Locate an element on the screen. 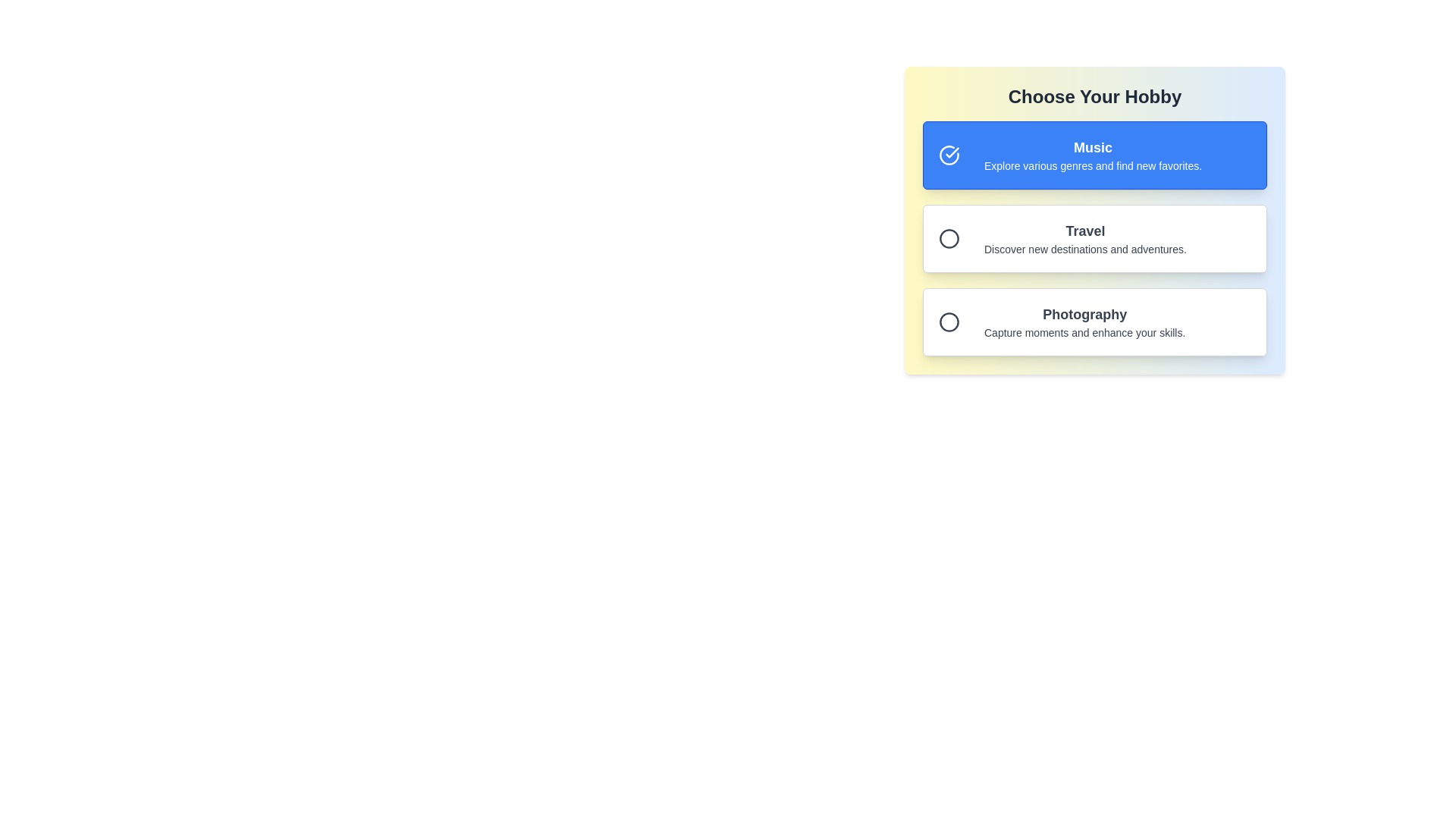 Image resolution: width=1456 pixels, height=819 pixels. the 'Music' selectable item, which is the first option in a vertical list of categories is located at coordinates (1095, 155).